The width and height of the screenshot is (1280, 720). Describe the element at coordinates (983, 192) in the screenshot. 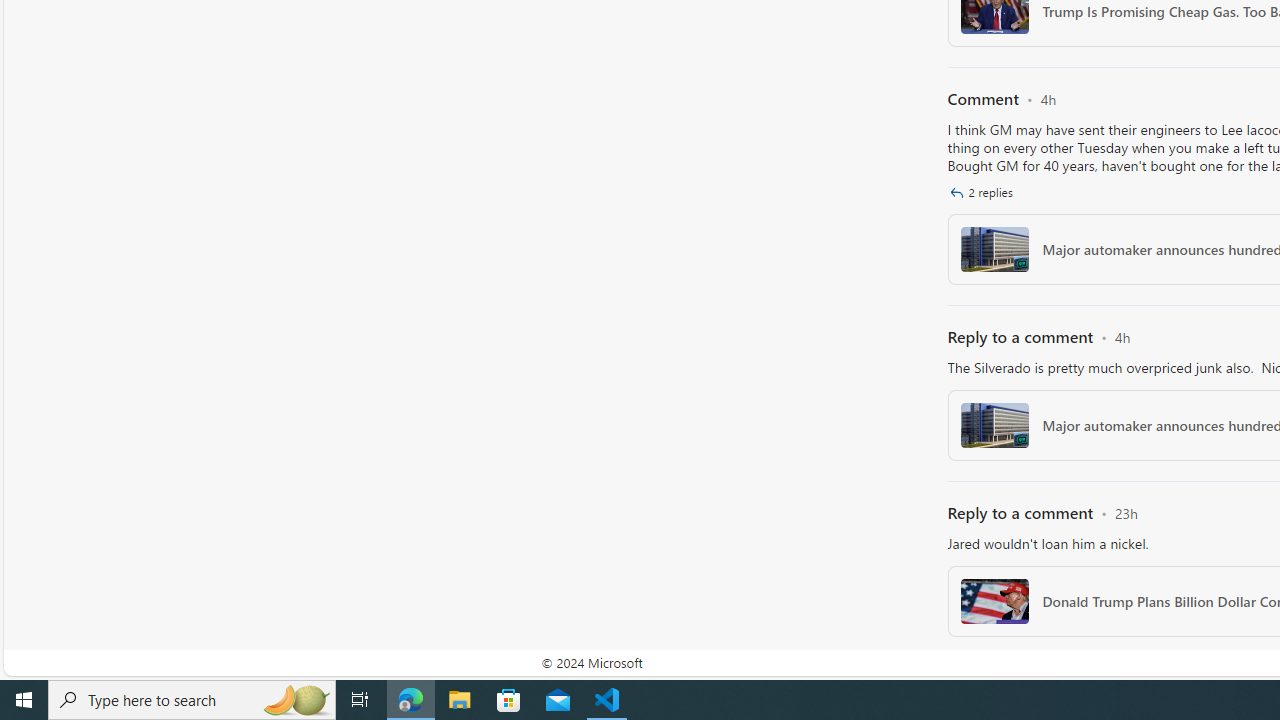

I see `'2 replies'` at that location.